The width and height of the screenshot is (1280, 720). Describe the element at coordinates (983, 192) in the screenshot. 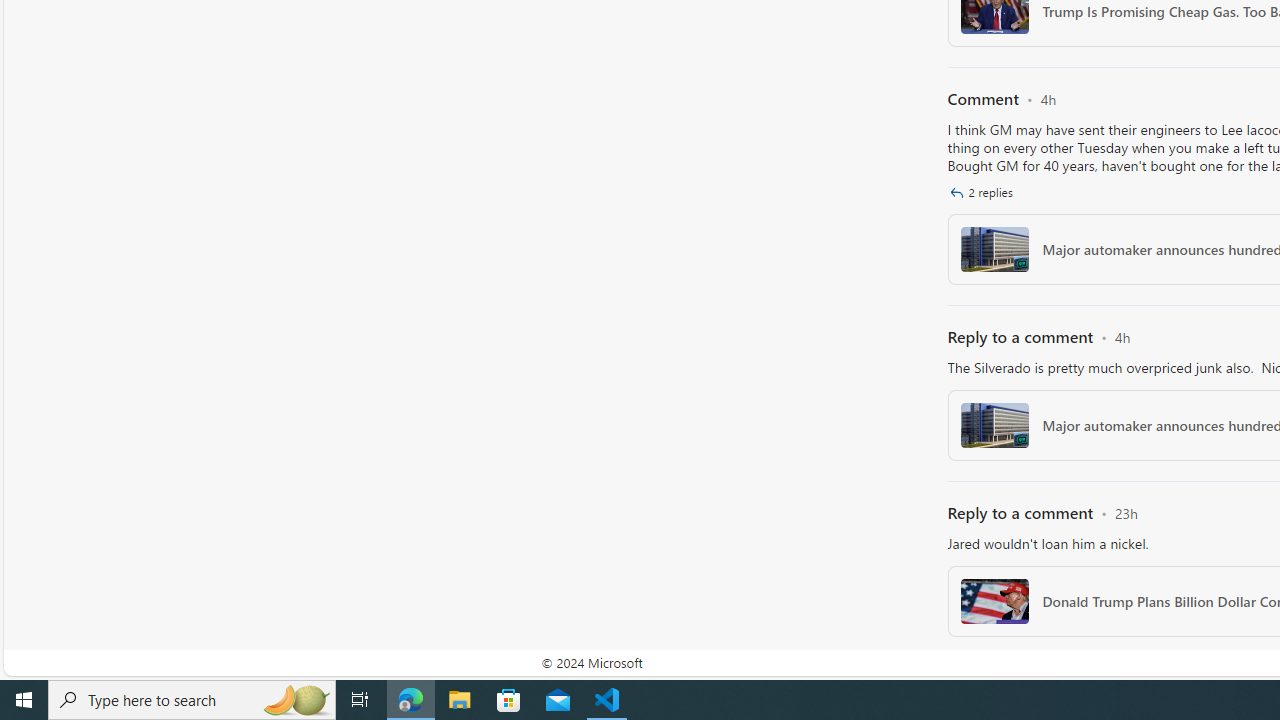

I see `'2 replies'` at that location.